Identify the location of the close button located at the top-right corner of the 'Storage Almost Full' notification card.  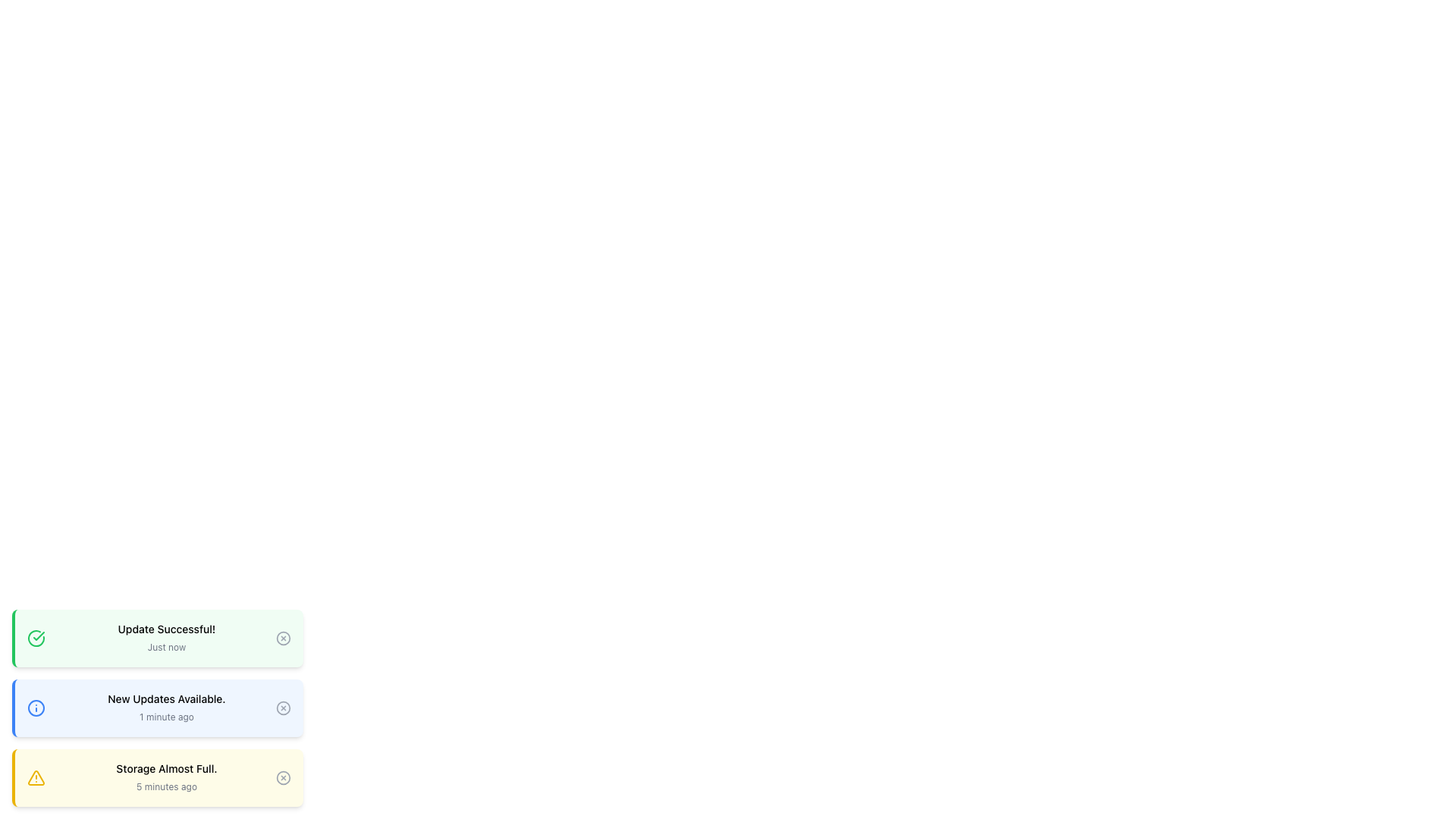
(284, 778).